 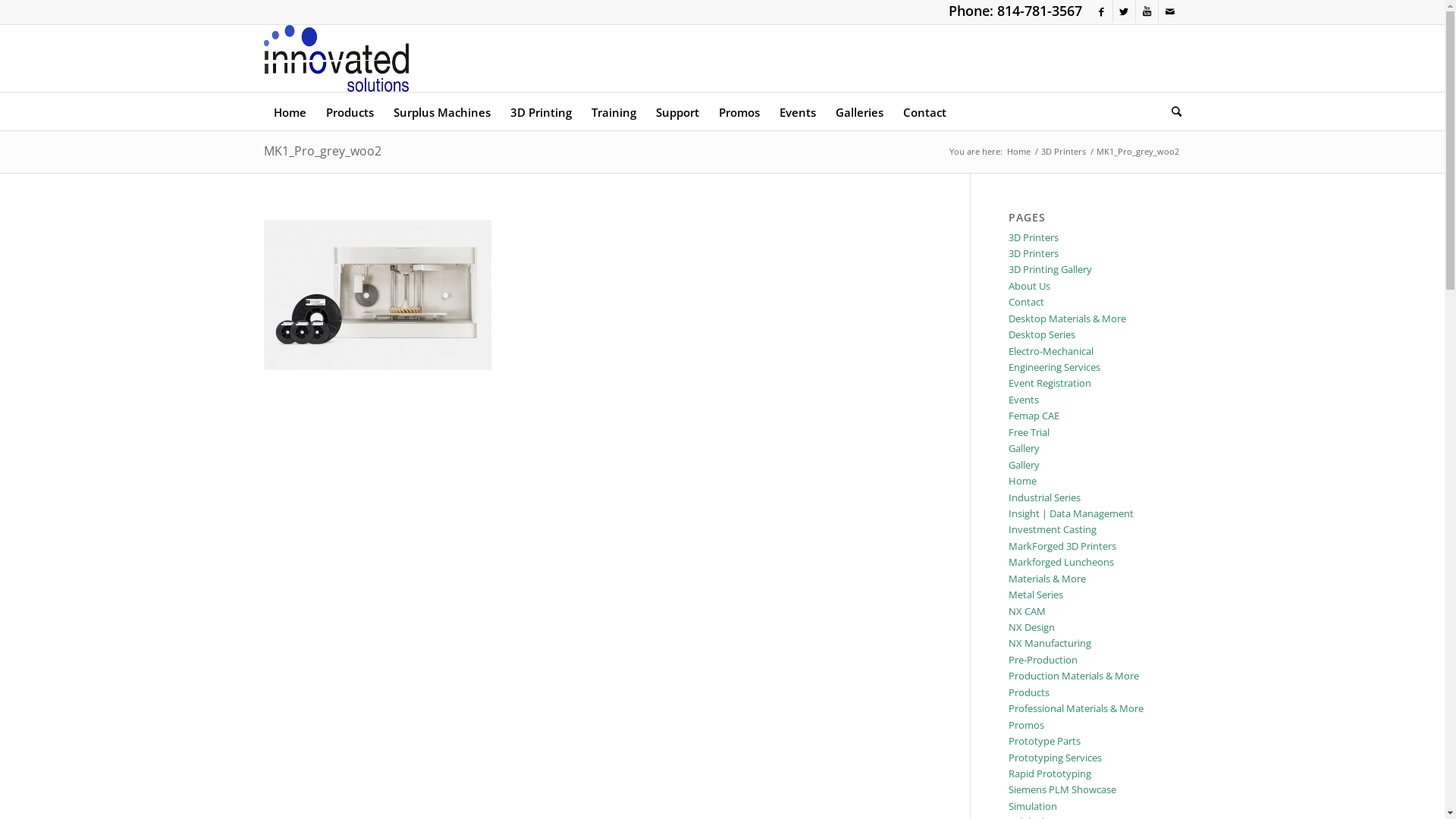 What do you see at coordinates (676, 110) in the screenshot?
I see `'Support'` at bounding box center [676, 110].